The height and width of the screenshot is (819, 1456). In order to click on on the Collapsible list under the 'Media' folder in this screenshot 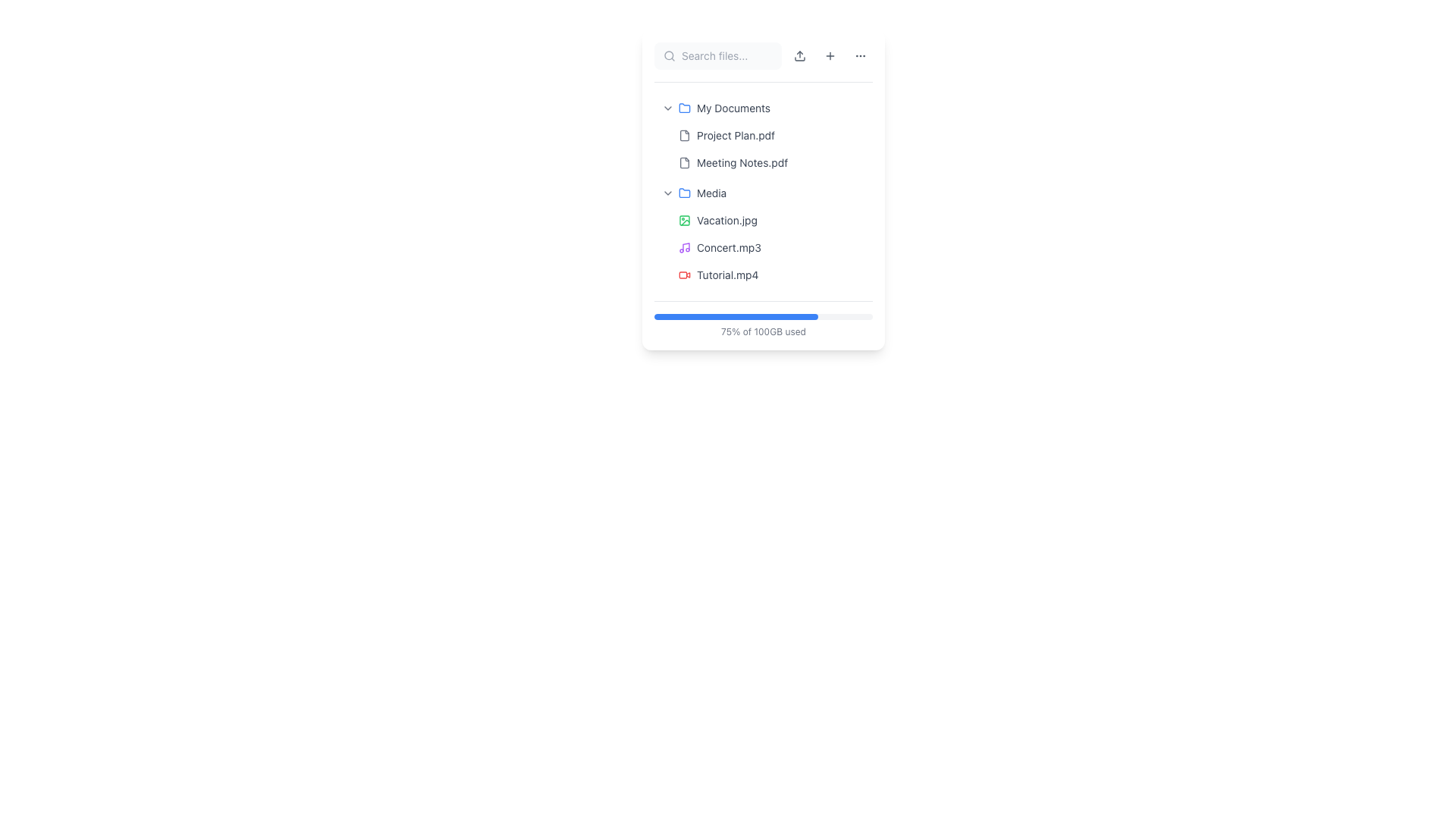, I will do `click(764, 234)`.